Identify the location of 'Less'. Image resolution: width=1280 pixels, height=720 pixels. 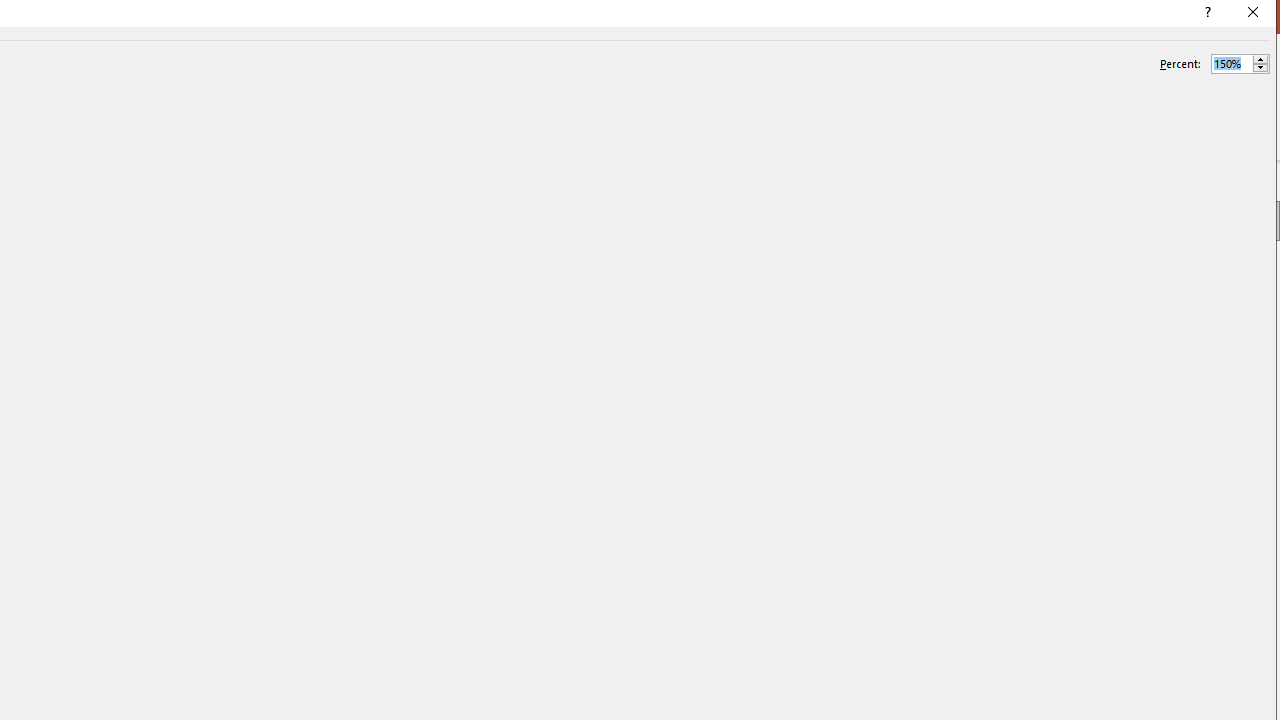
(1259, 67).